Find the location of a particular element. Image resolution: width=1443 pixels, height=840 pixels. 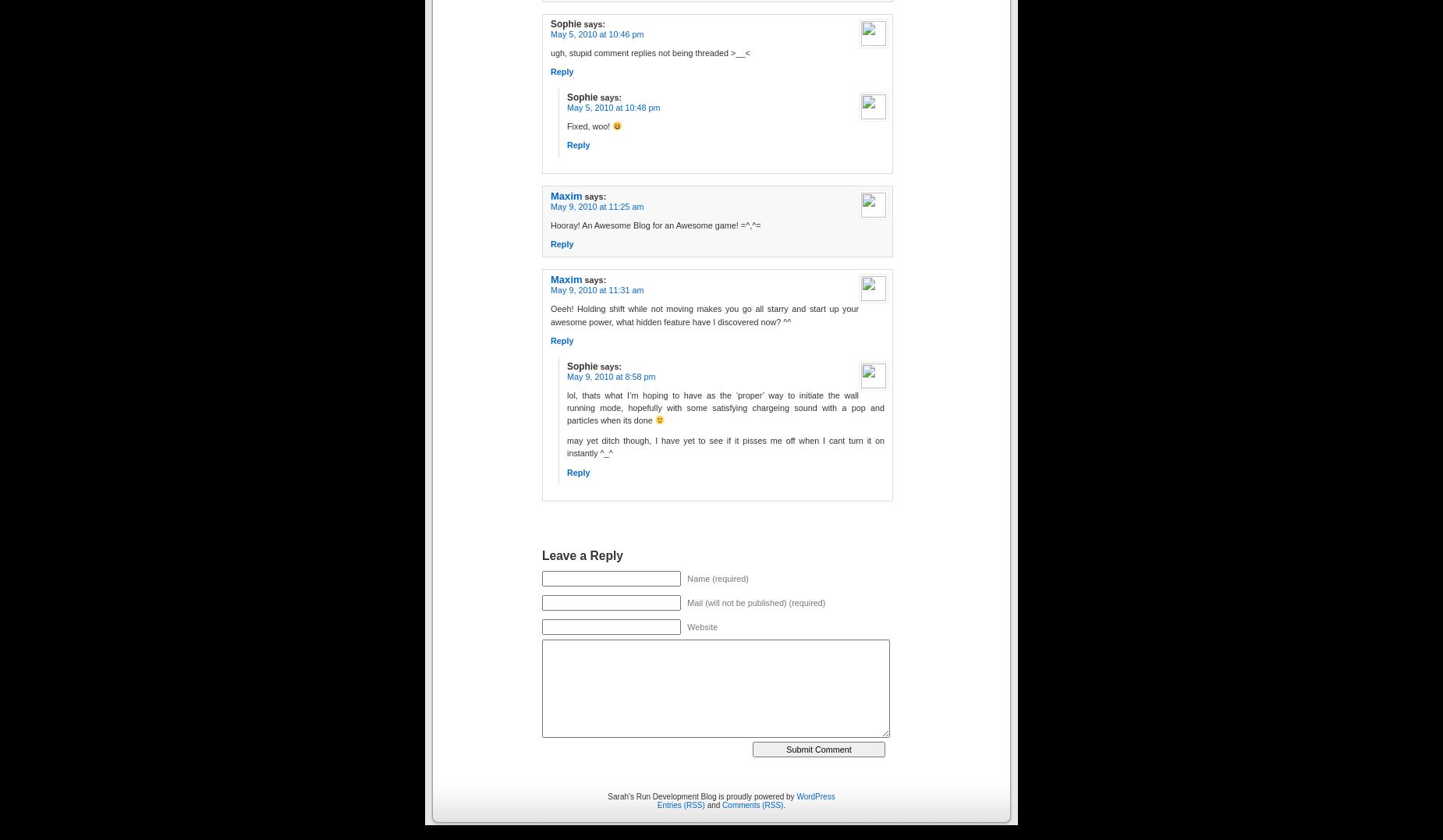

'.' is located at coordinates (783, 803).